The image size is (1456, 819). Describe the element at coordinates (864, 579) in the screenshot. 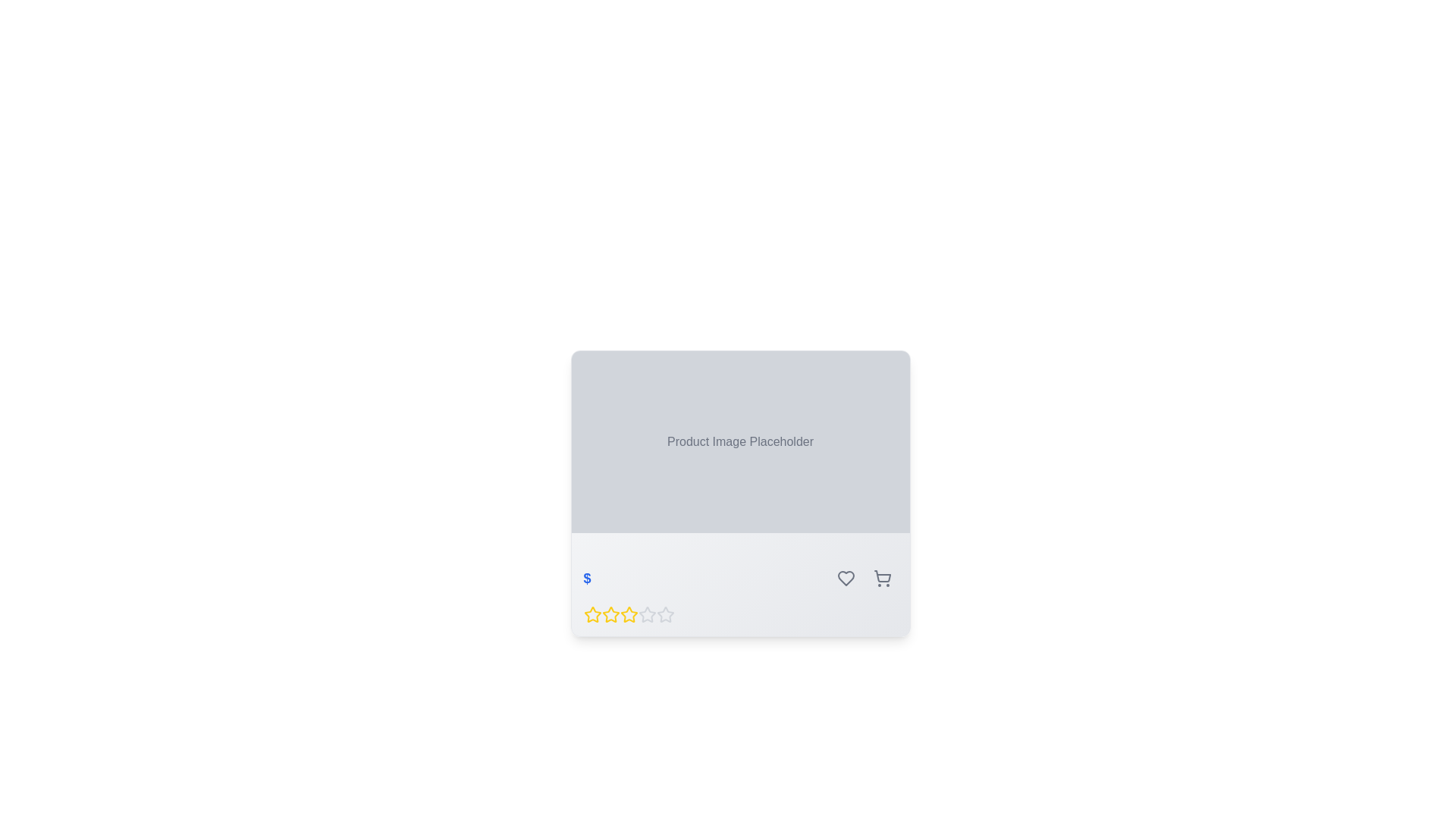

I see `the heart button on the left side of the grouping of circular buttons with icons to mark the item as favorite` at that location.